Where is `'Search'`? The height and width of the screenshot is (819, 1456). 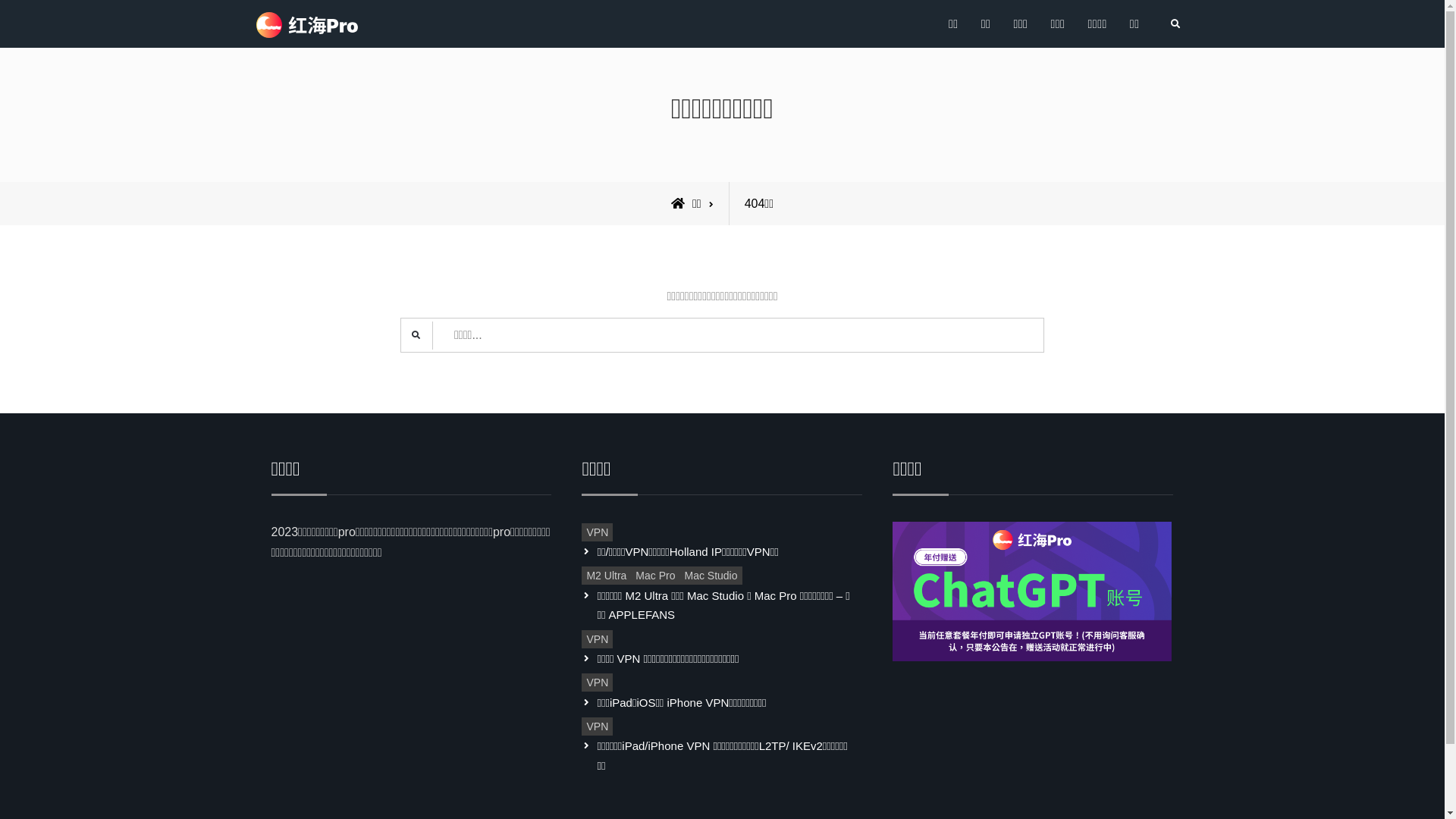 'Search' is located at coordinates (1174, 24).